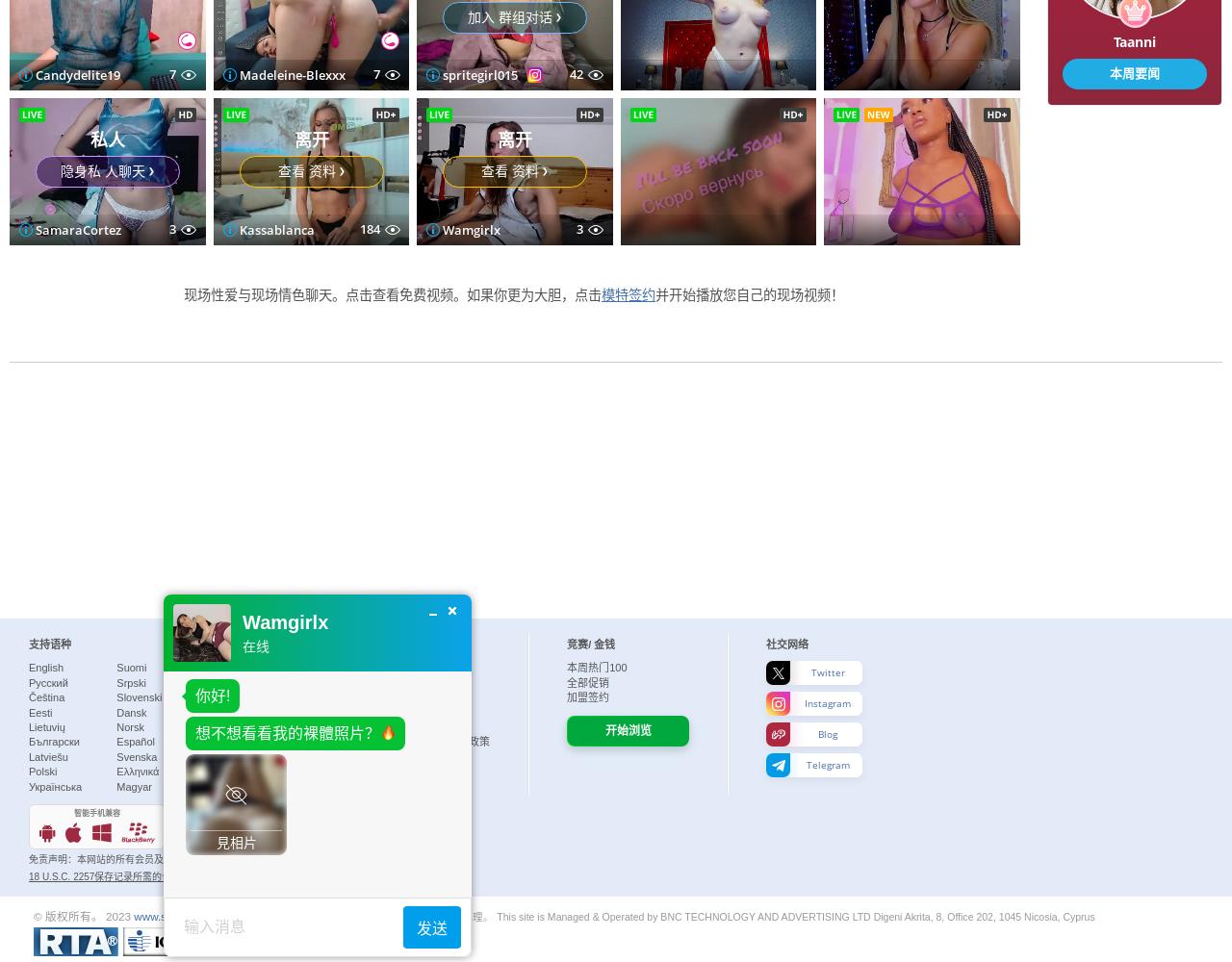  Describe the element at coordinates (442, 74) in the screenshot. I see `'SamaraCortez'` at that location.